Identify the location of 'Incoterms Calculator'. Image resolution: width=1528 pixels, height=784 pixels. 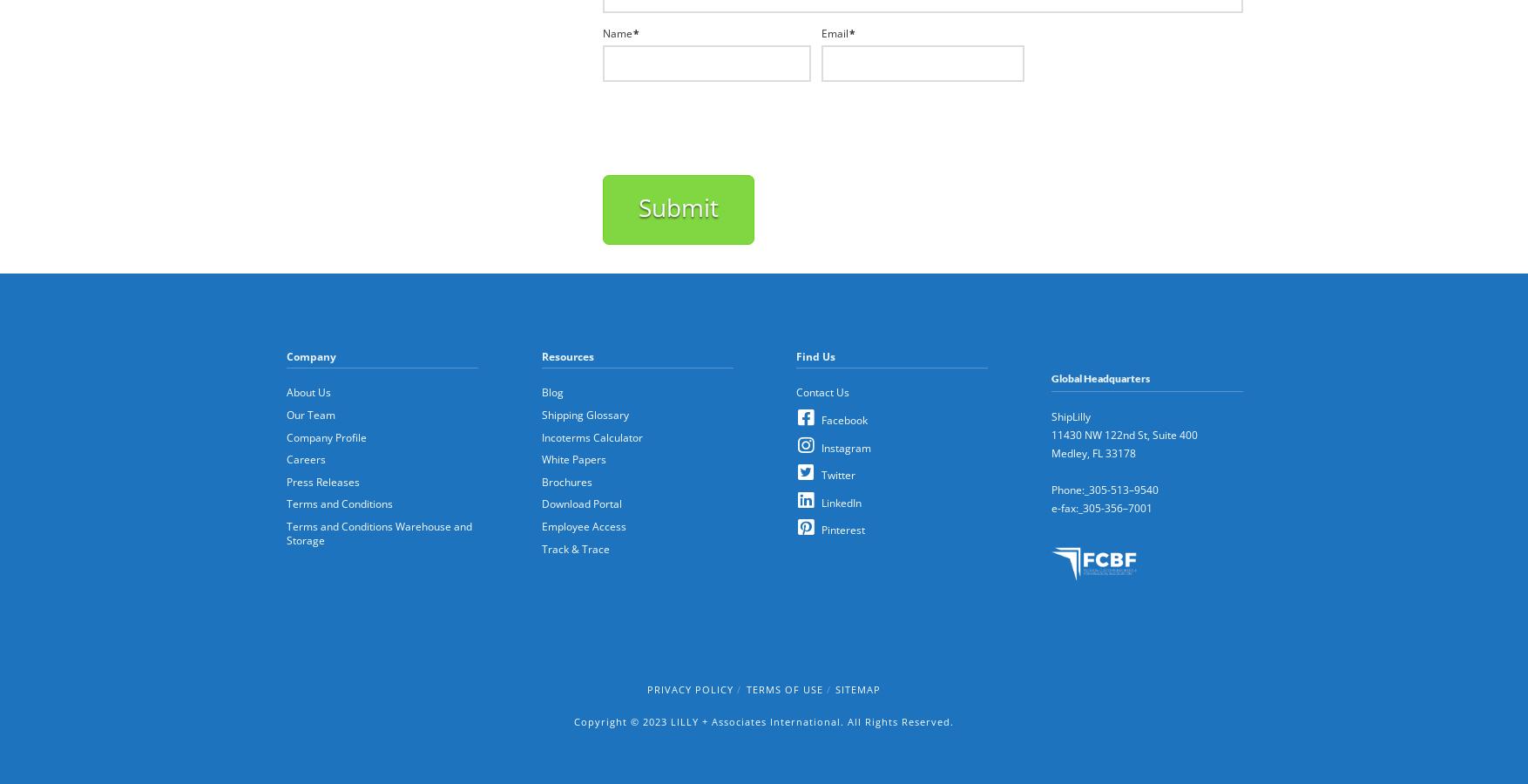
(590, 435).